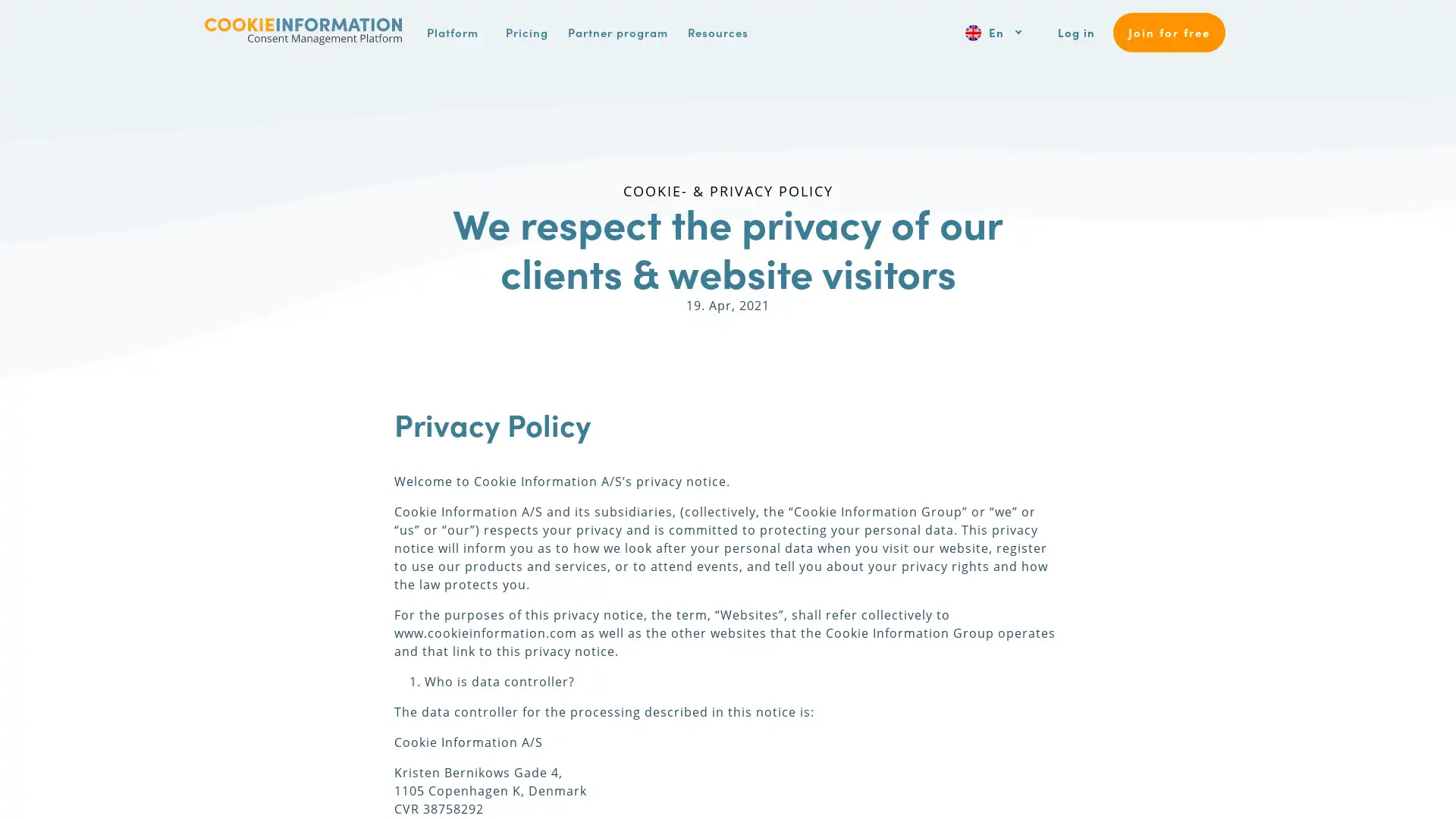 This screenshot has width=1456, height=819. What do you see at coordinates (1167, 32) in the screenshot?
I see `Join for free` at bounding box center [1167, 32].